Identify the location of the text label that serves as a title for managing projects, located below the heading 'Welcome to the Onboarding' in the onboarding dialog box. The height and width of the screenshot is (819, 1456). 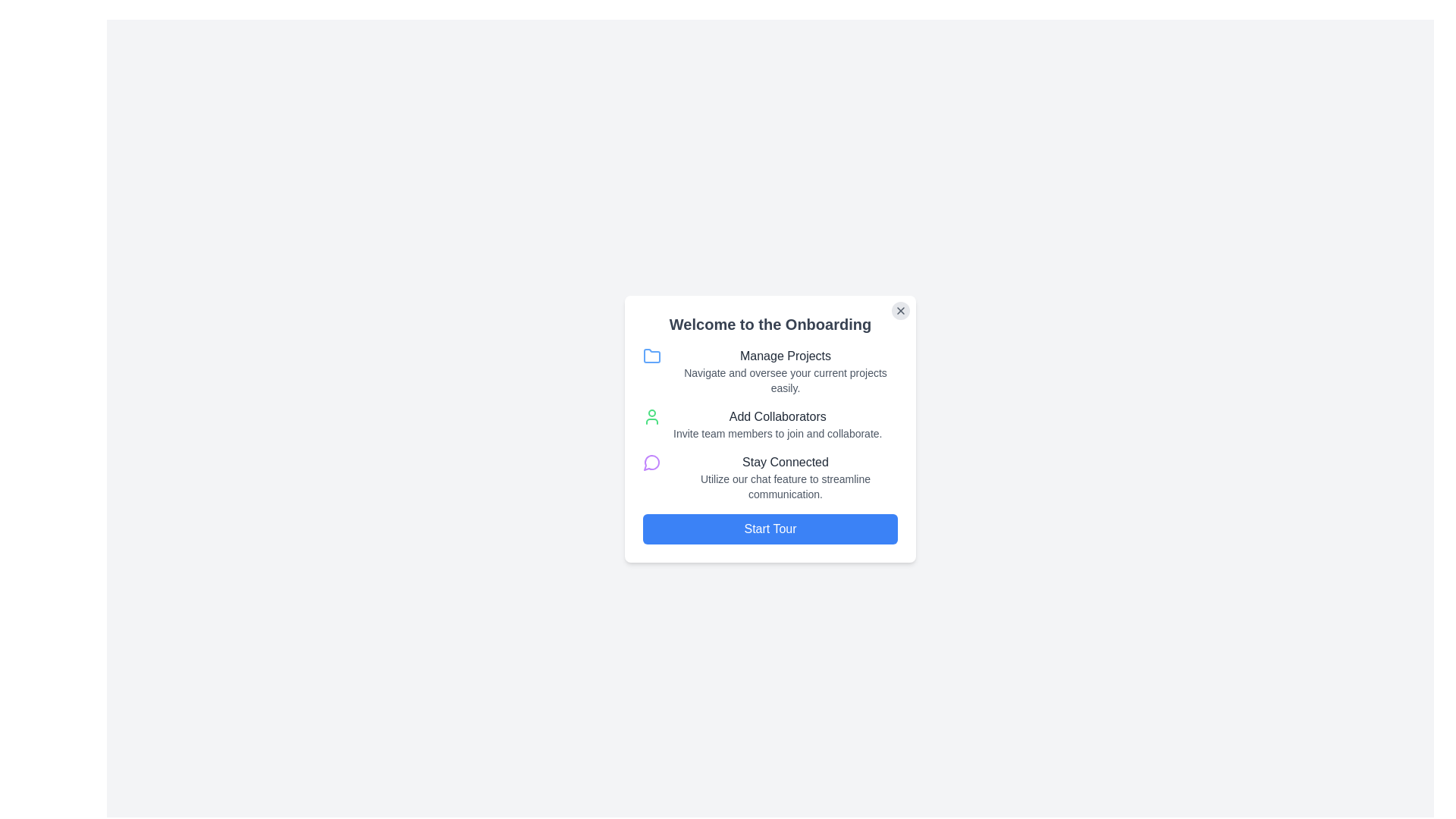
(786, 356).